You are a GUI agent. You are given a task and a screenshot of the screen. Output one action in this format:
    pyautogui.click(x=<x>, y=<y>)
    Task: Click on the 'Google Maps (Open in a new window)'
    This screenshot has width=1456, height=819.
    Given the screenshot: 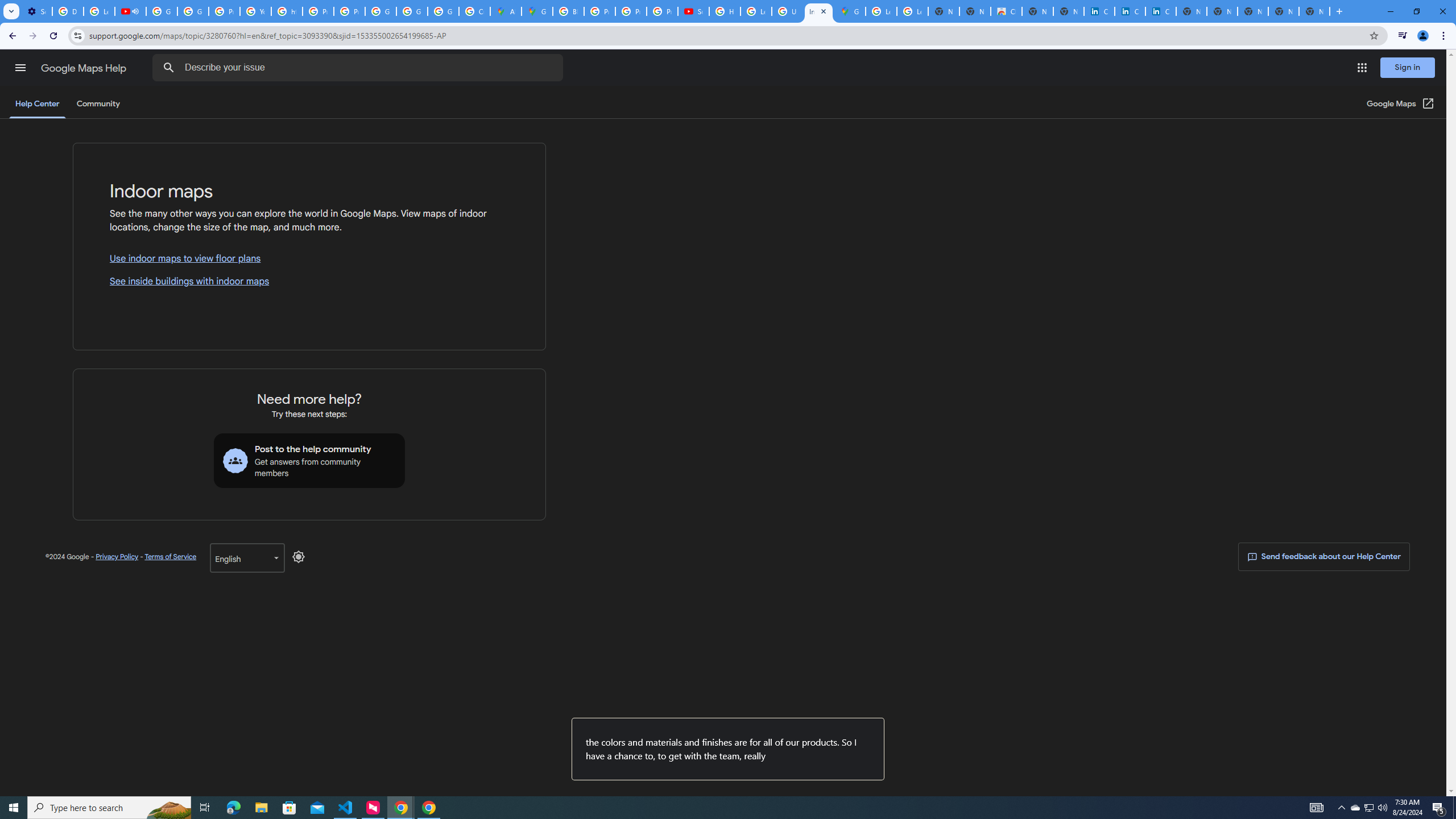 What is the action you would take?
    pyautogui.click(x=1400, y=103)
    